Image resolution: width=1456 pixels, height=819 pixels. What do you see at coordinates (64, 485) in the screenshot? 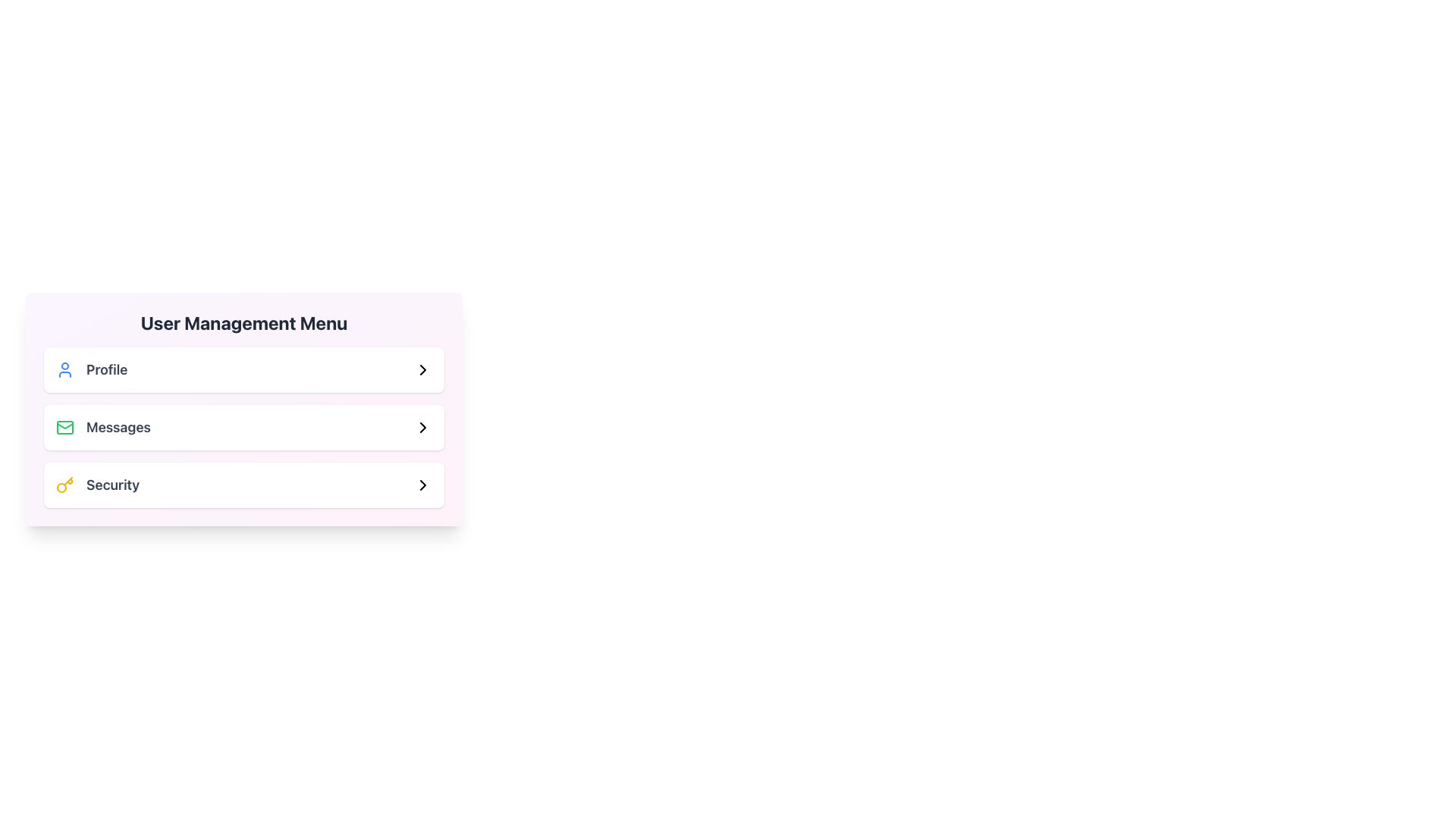
I see `the icon representing the 'Security' menu option, which is located to the left of the 'Security' text label in the user management menu` at bounding box center [64, 485].